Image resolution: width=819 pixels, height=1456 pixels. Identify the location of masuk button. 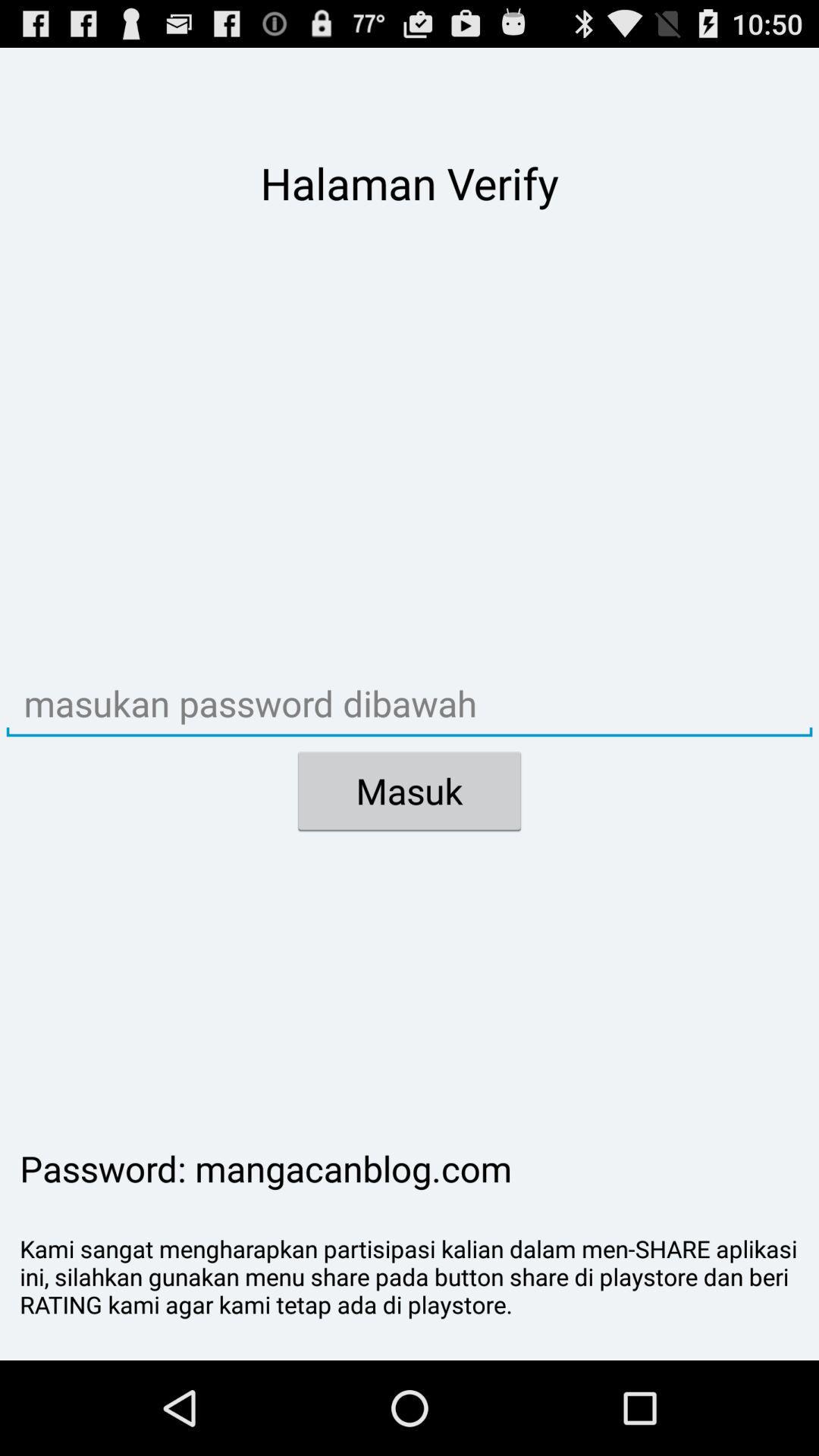
(409, 790).